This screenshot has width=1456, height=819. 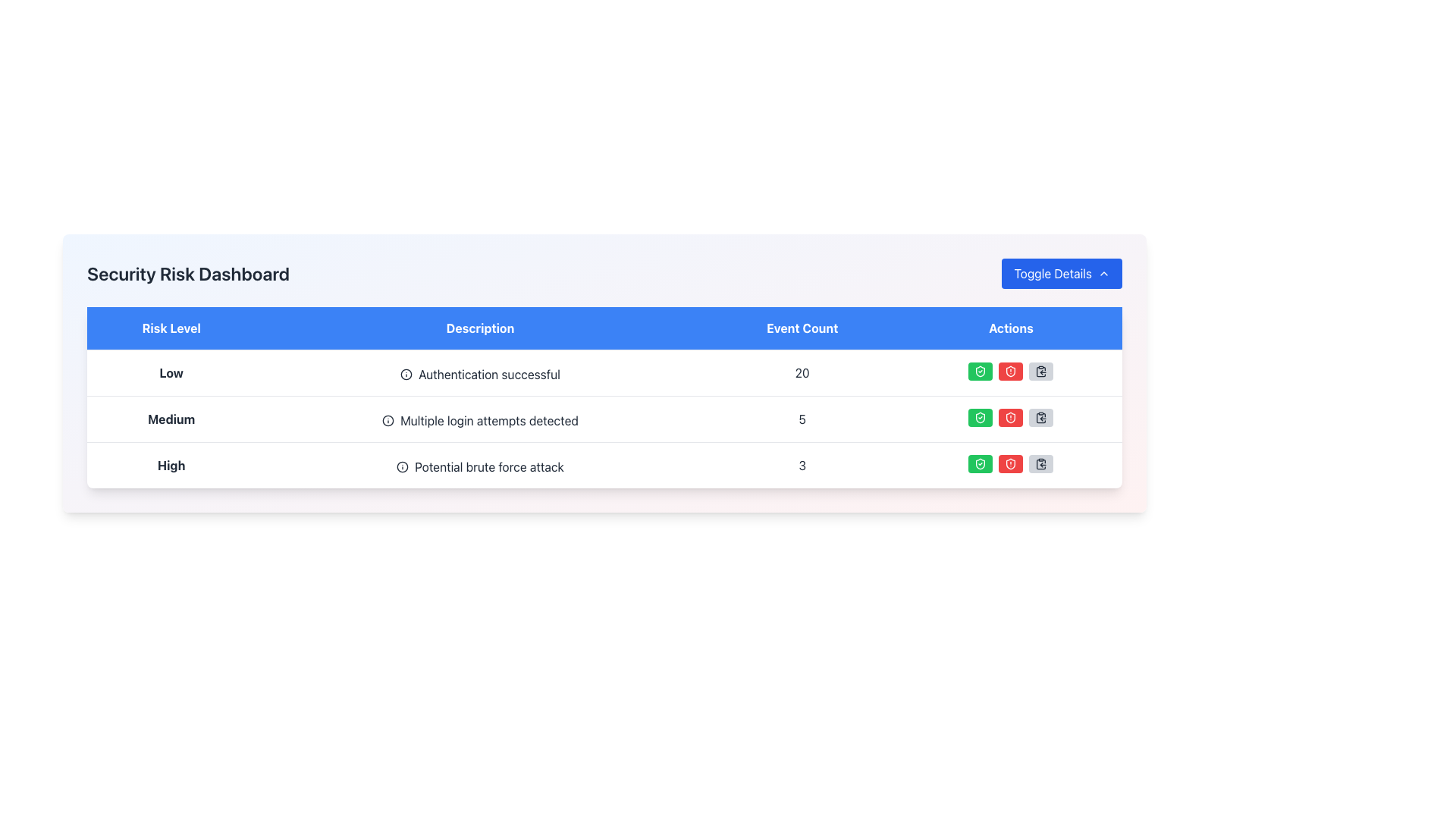 What do you see at coordinates (981, 418) in the screenshot?
I see `the shield icon with a check mark inside, located in the first green action button of the 'Medium' risk level row in the 'Actions' column of the table` at bounding box center [981, 418].